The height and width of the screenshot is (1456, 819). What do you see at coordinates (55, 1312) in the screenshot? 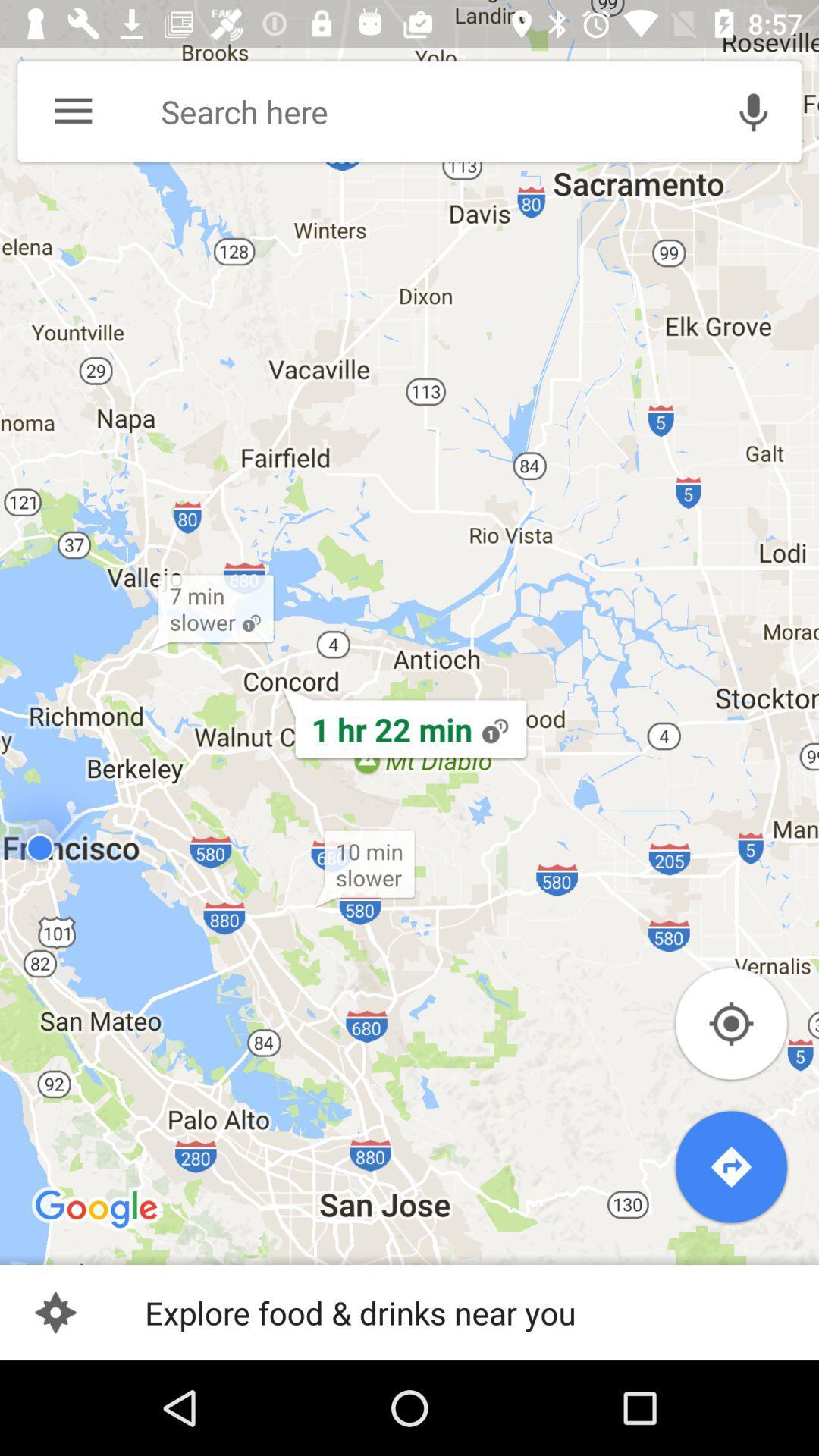
I see `the icon before the text explore food  drinks near you` at bounding box center [55, 1312].